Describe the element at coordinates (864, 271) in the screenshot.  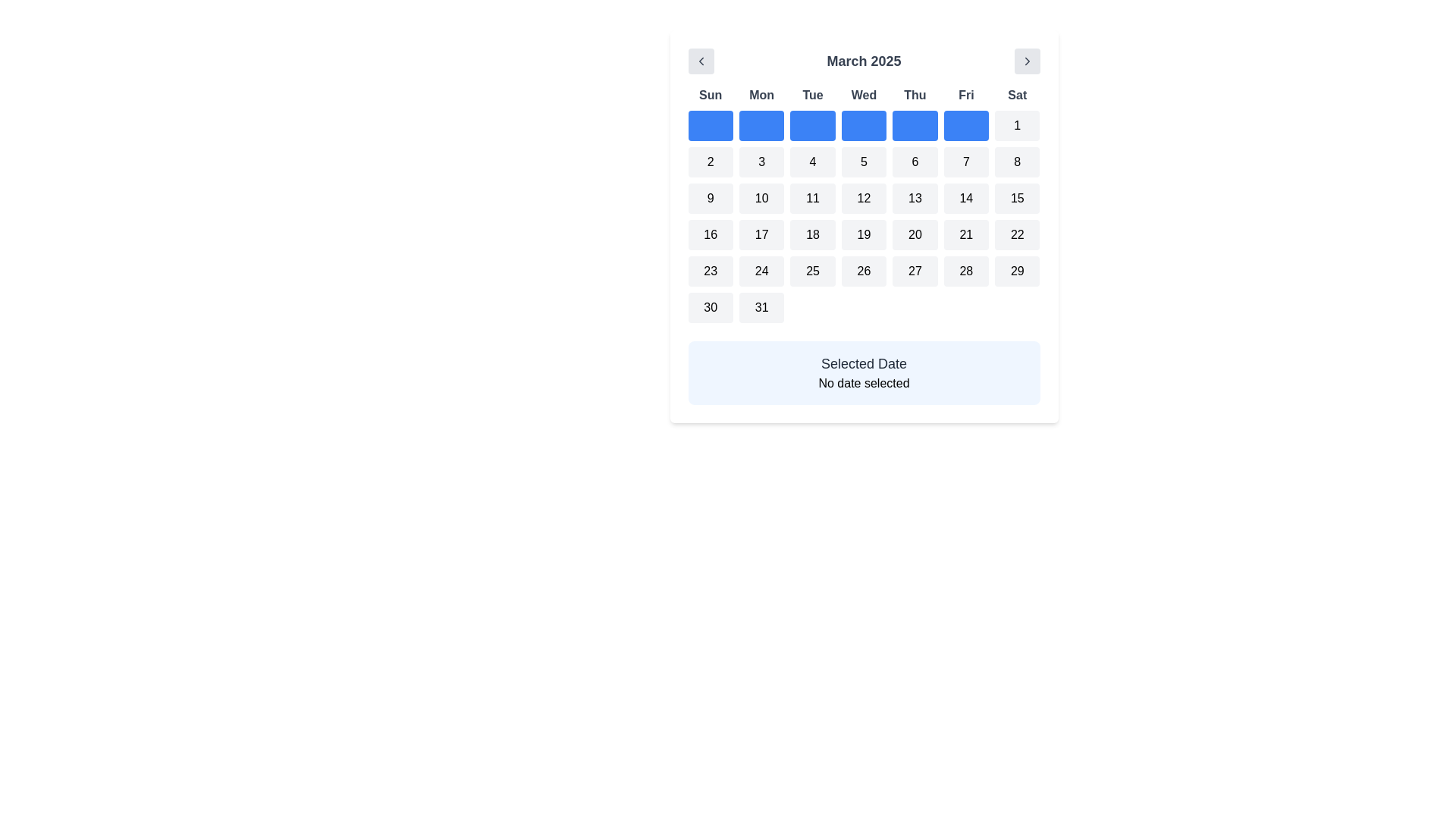
I see `the button representing the date 26th in the calendar, located in the sixth row and fourth column under 'Wed'` at that location.